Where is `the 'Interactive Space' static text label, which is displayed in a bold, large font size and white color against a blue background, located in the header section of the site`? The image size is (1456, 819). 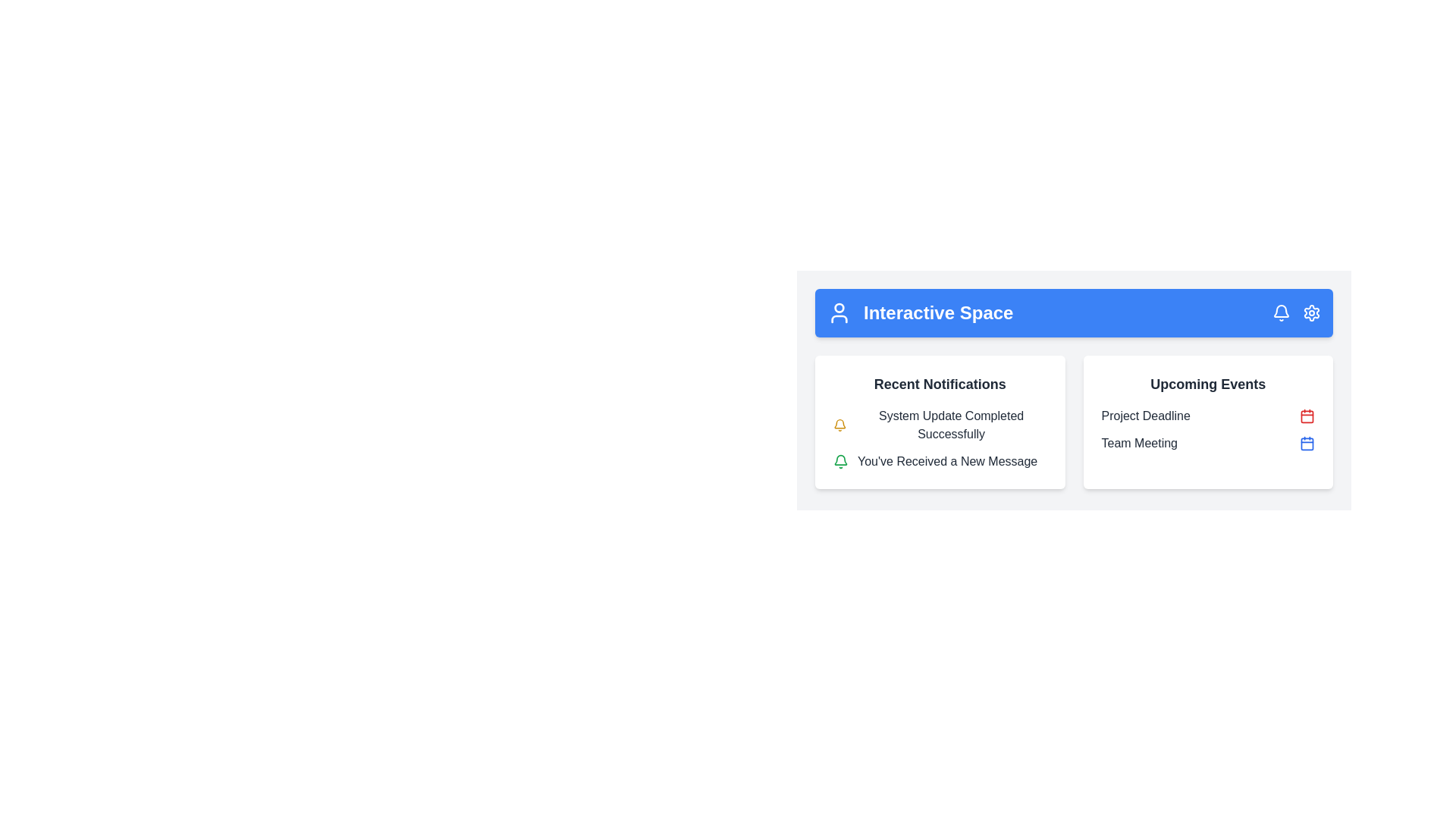 the 'Interactive Space' static text label, which is displayed in a bold, large font size and white color against a blue background, located in the header section of the site is located at coordinates (937, 312).